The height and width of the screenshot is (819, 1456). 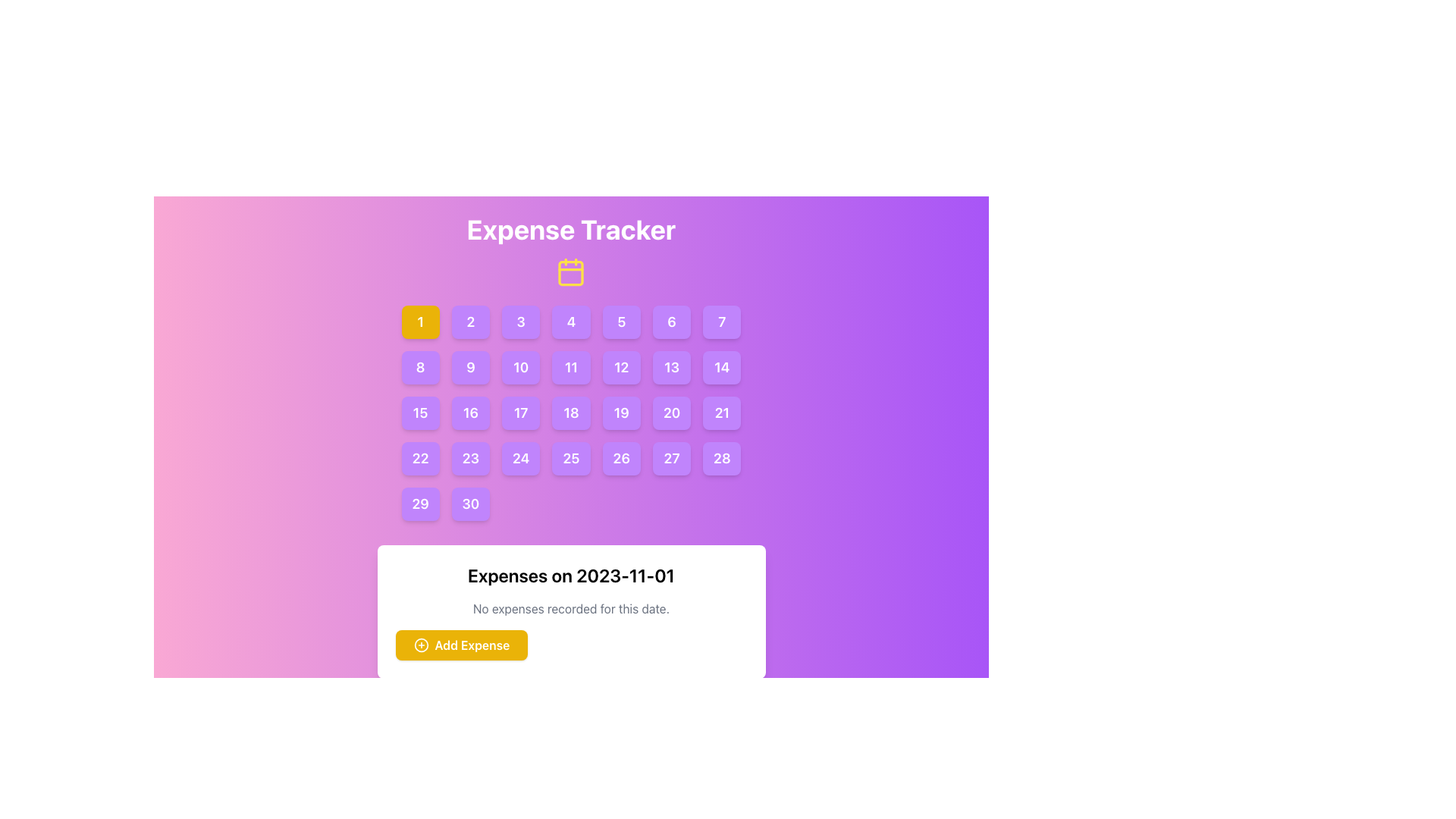 I want to click on the calendar-themed icon depicted in yellow against a purple background, located below the 'Expense Tracker' heading, so click(x=570, y=271).